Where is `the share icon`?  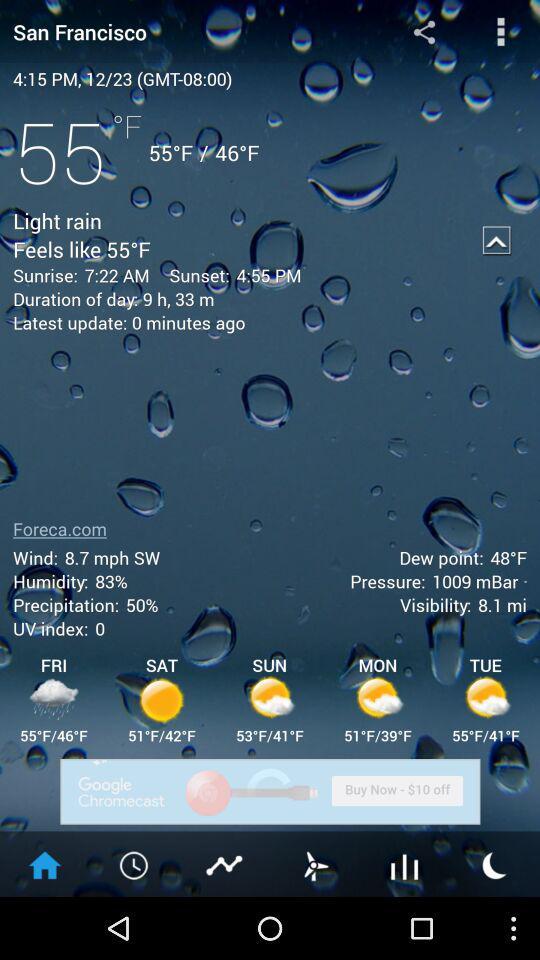
the share icon is located at coordinates (423, 33).